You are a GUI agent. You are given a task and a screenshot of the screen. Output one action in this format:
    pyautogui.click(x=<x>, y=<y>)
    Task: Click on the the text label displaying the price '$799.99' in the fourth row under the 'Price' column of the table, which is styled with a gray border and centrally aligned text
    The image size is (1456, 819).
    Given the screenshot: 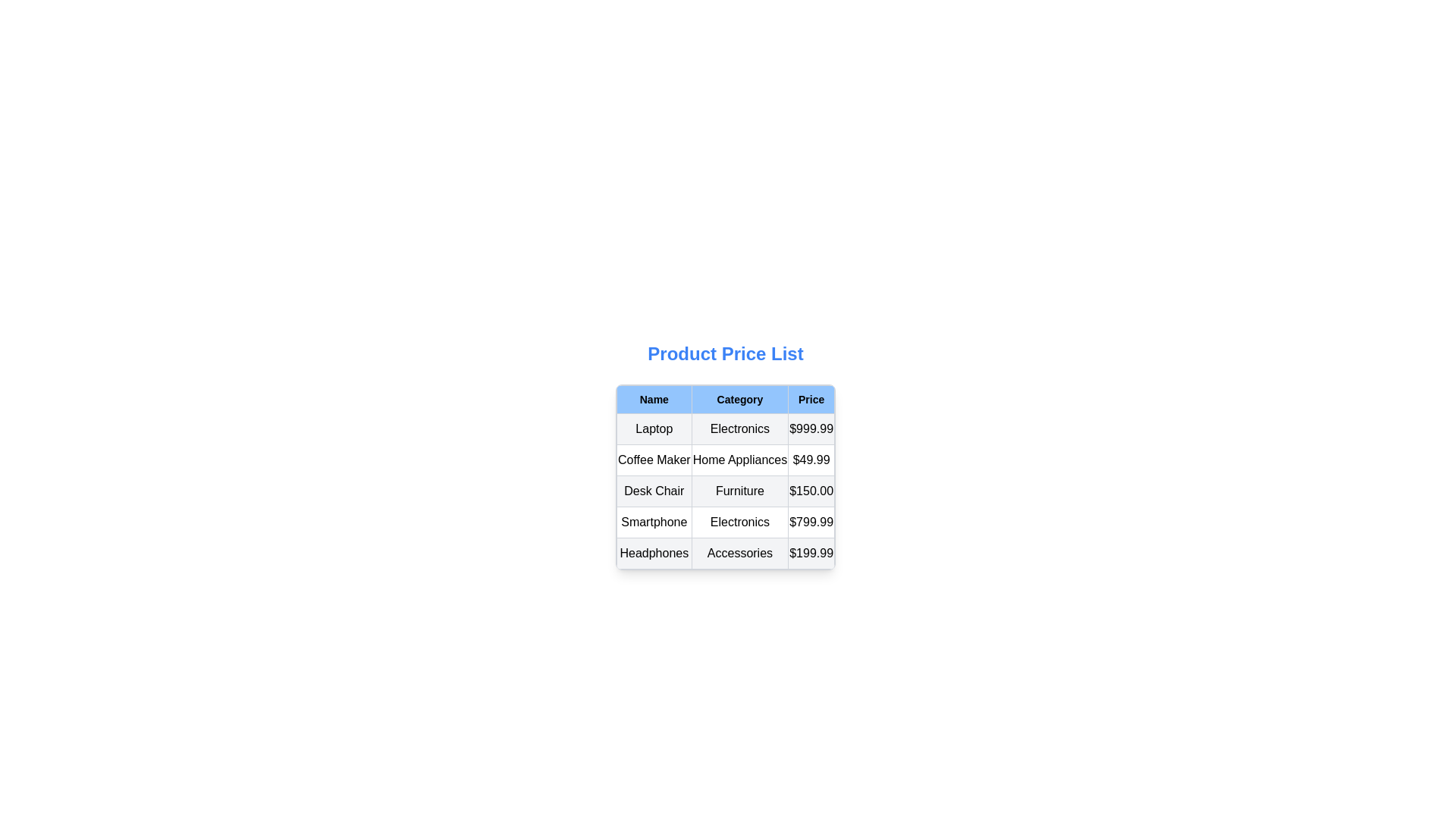 What is the action you would take?
    pyautogui.click(x=811, y=522)
    